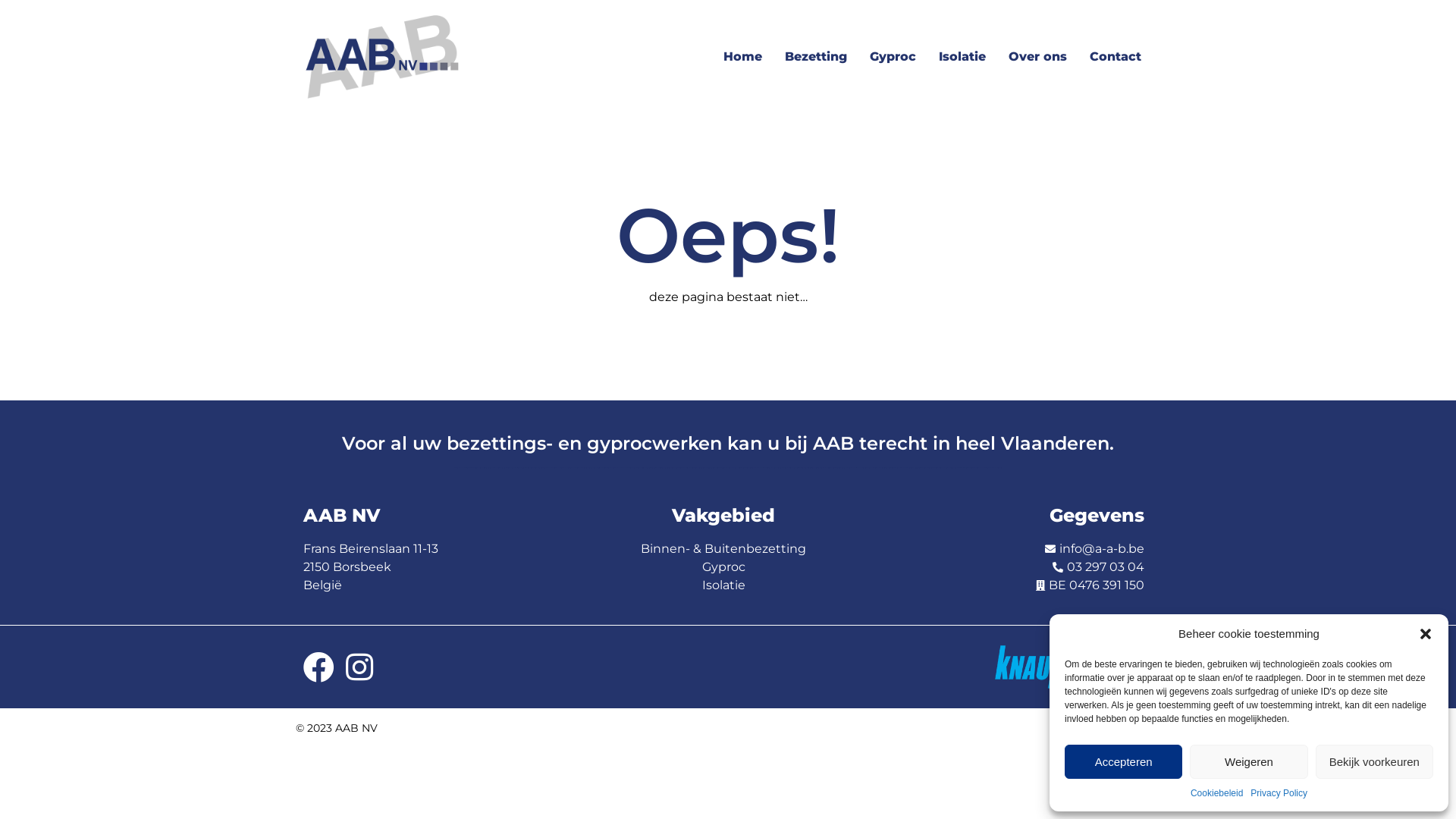  I want to click on 'Cookiebeleid', so click(1216, 792).